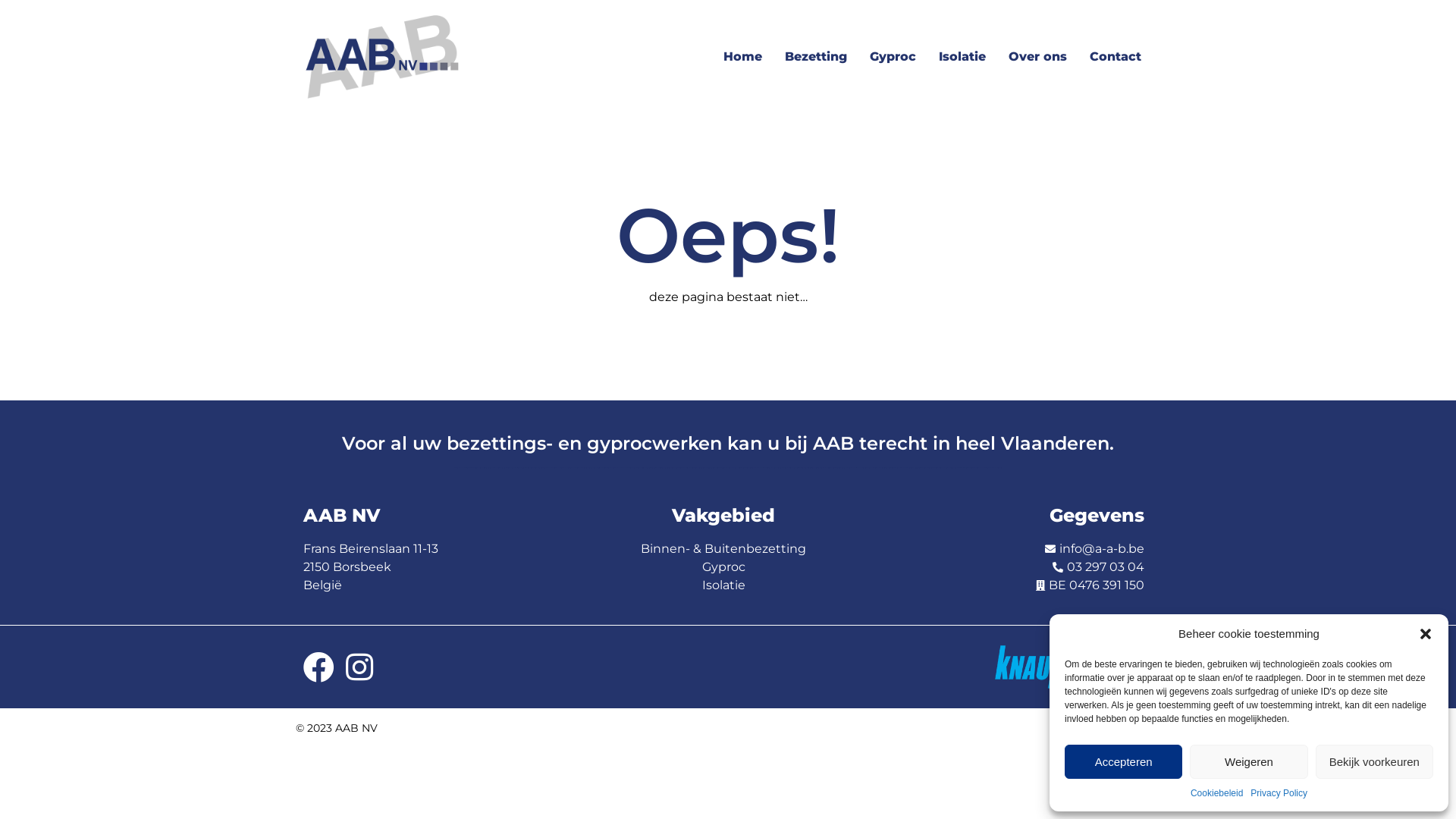  I want to click on 'Cookiebeleid', so click(1216, 792).